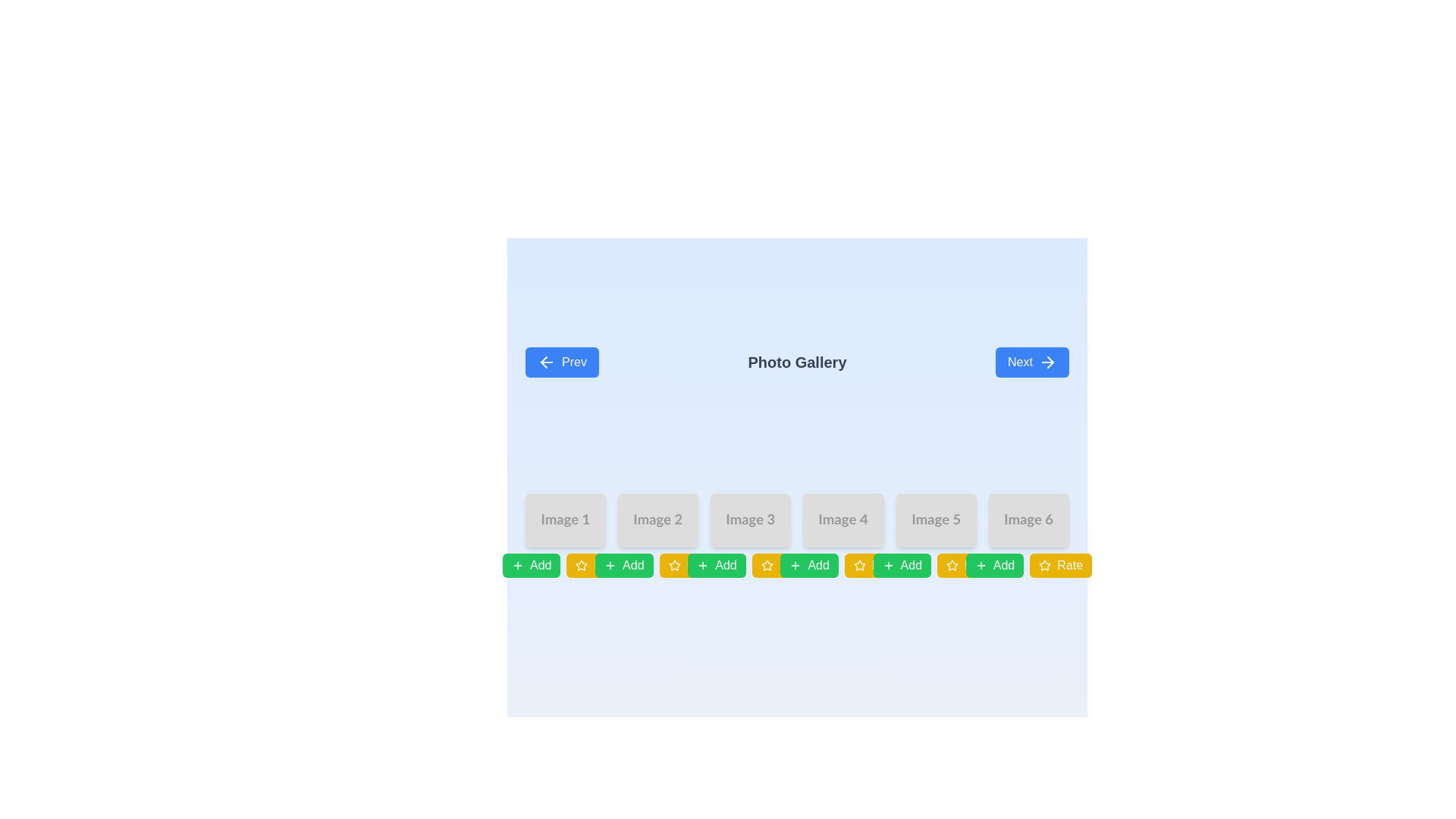 This screenshot has width=1456, height=819. Describe the element at coordinates (517, 565) in the screenshot. I see `the 'Add' button icon located beneath 'Image 1'` at that location.